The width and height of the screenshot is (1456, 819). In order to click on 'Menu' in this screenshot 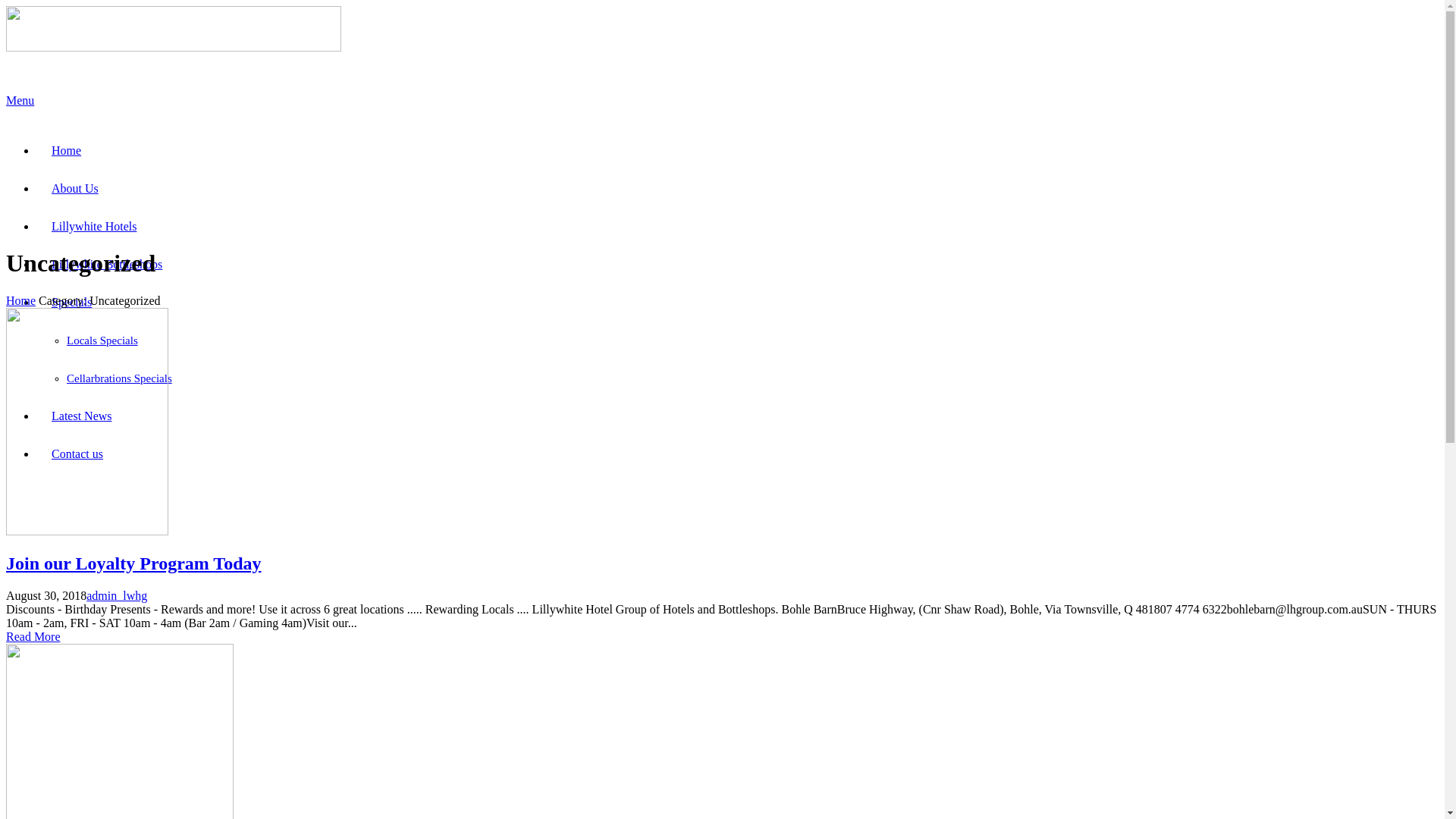, I will do `click(721, 105)`.